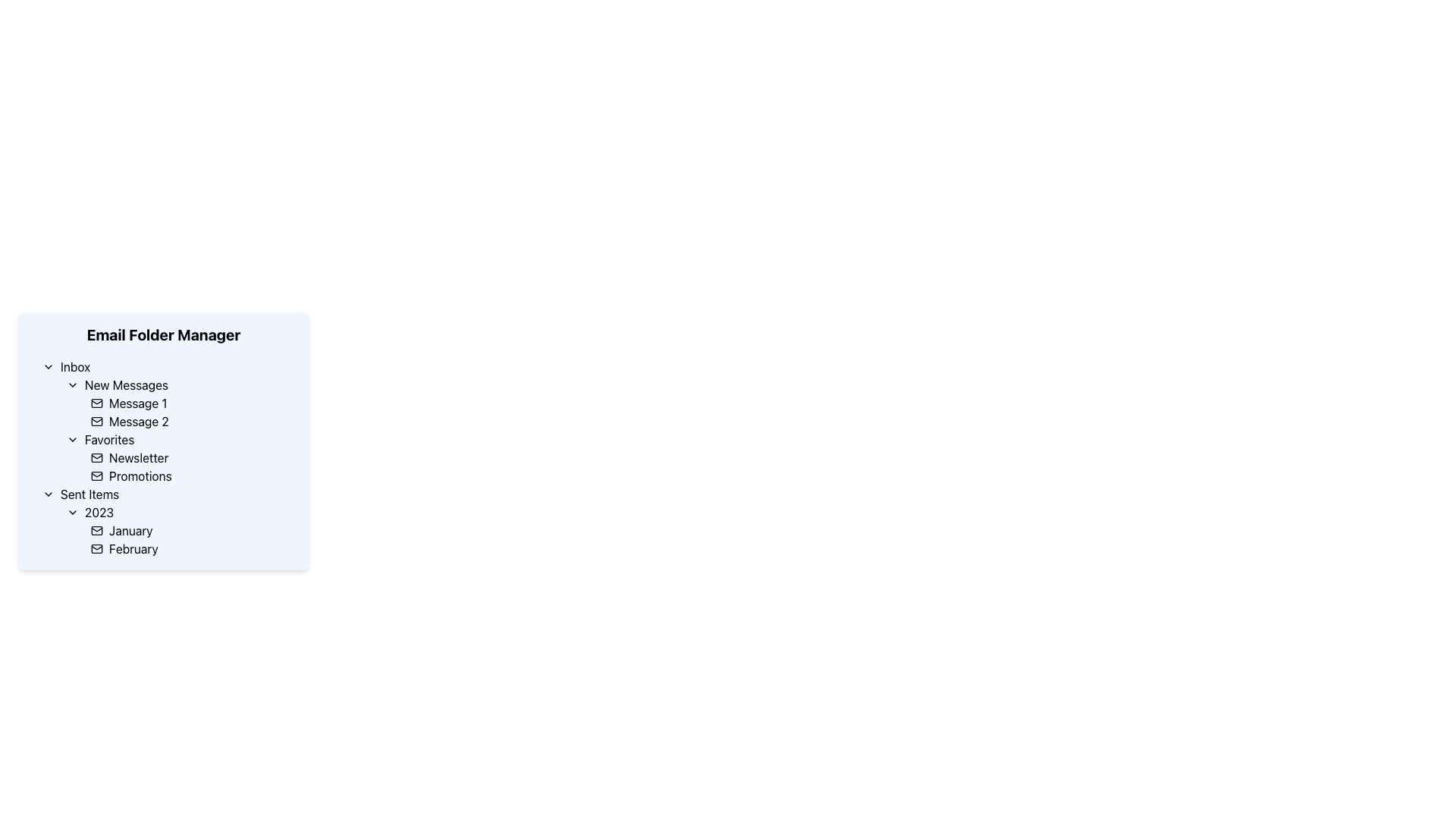 This screenshot has width=1456, height=819. I want to click on the envelope icon for denoting a message or email located next to the folder label 'New Messages' in the 'Email Folder Manager' interface, so click(96, 529).